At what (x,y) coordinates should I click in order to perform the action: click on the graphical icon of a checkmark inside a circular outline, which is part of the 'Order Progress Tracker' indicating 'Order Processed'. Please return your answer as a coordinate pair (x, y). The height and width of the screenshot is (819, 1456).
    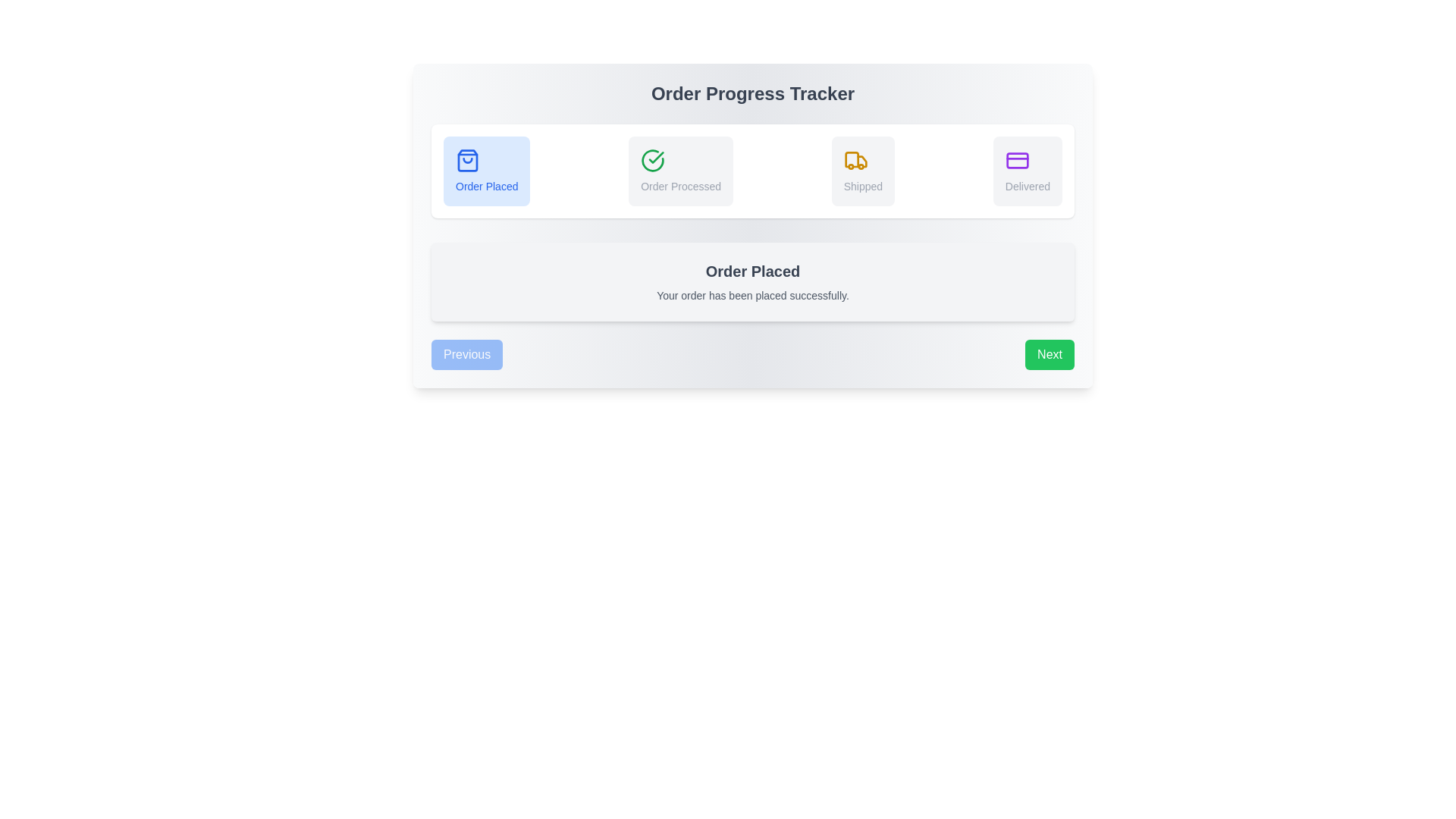
    Looking at the image, I should click on (656, 158).